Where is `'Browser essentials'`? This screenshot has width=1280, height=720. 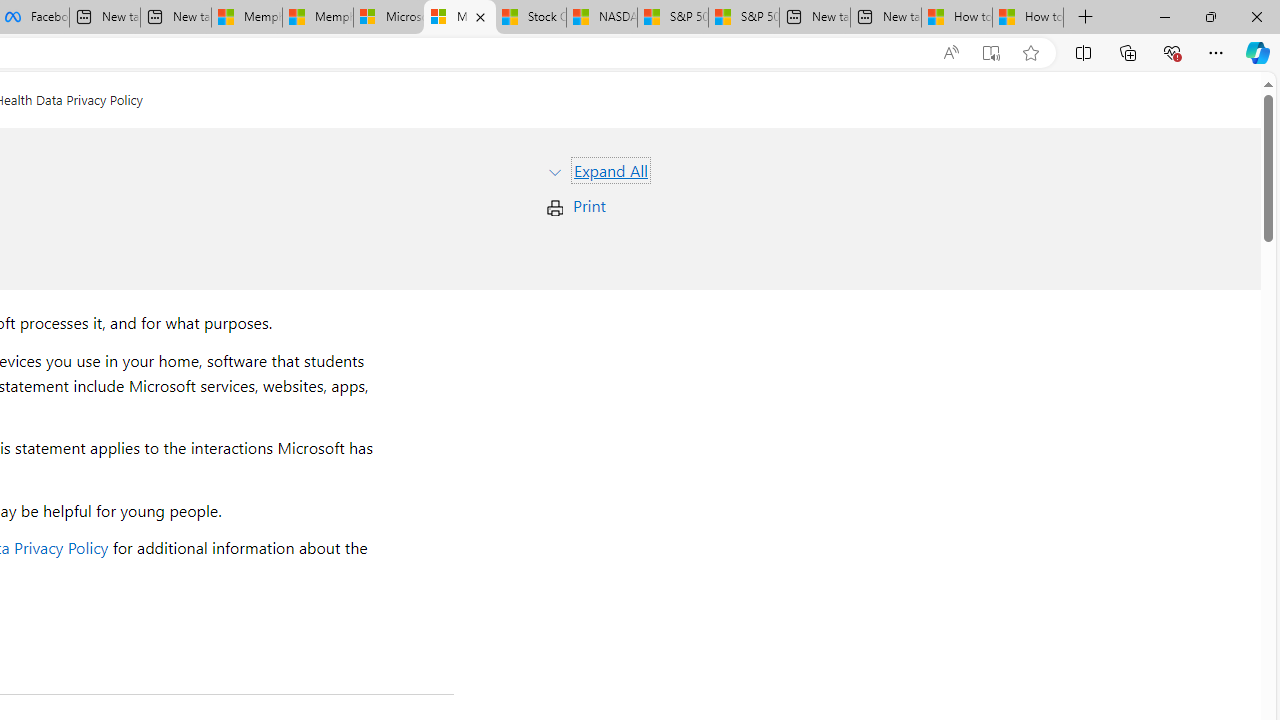
'Browser essentials' is located at coordinates (1171, 51).